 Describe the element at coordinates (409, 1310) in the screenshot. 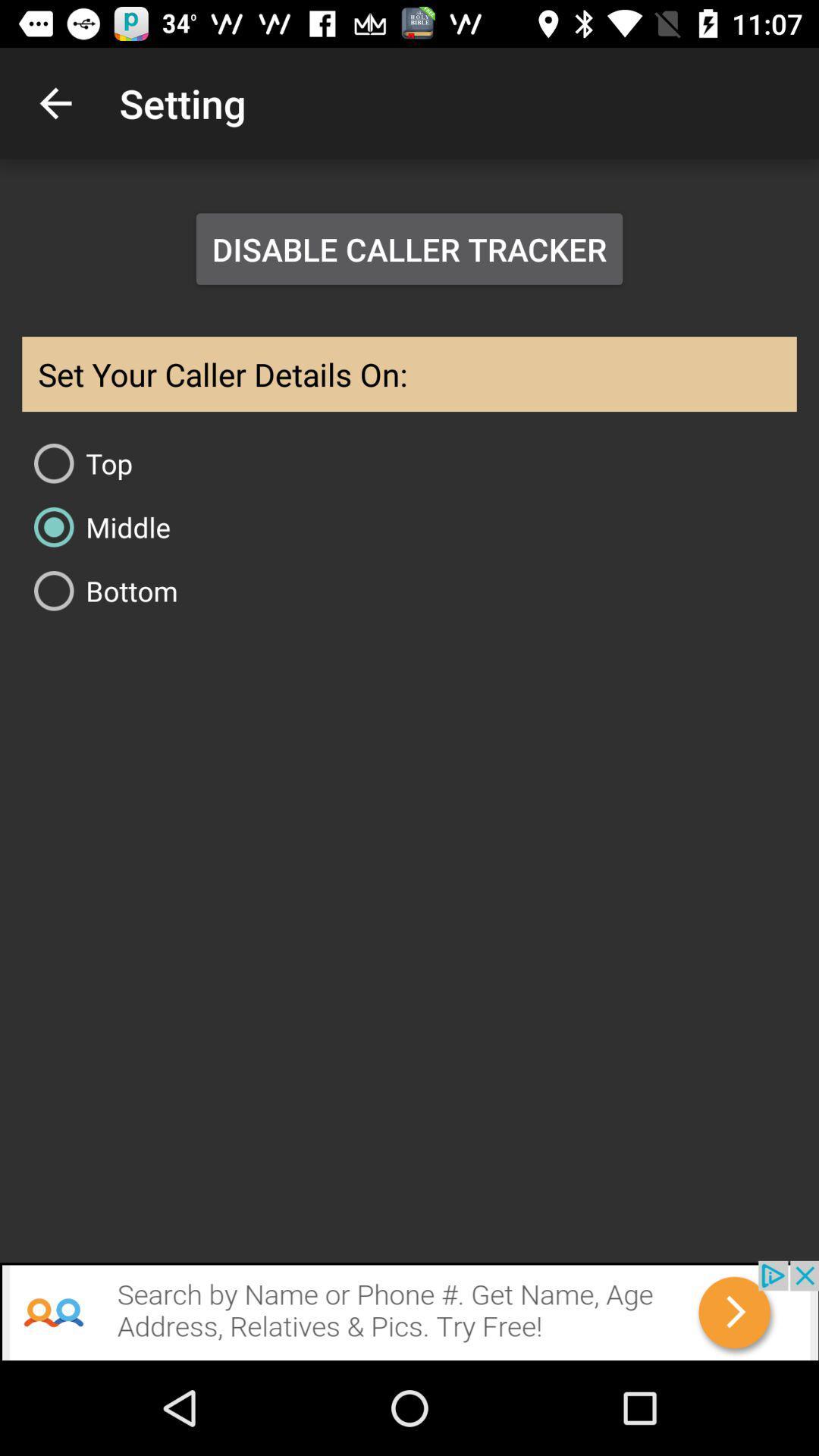

I see `advertisement option` at that location.